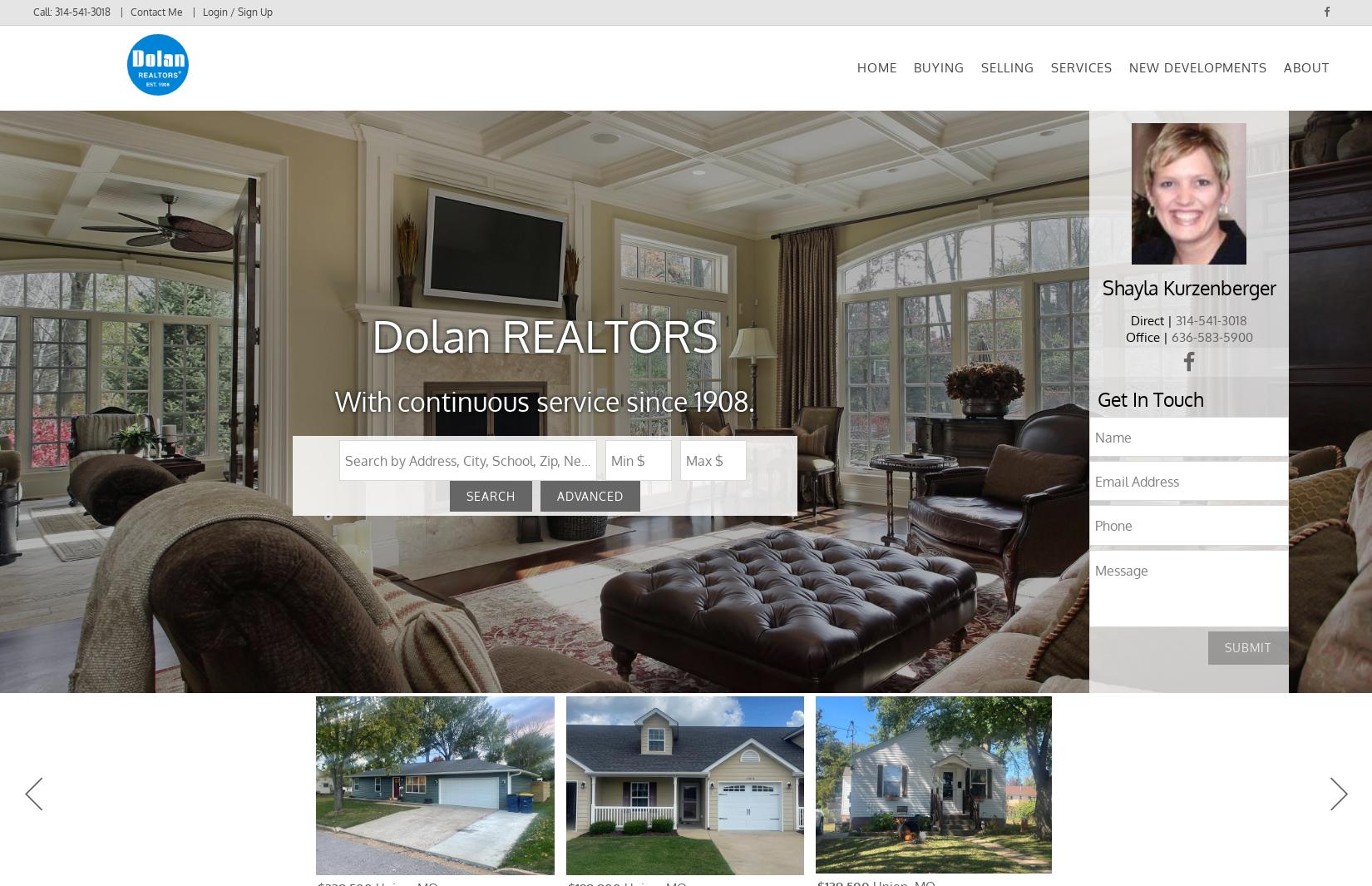 The height and width of the screenshot is (886, 1372). What do you see at coordinates (230, 88) in the screenshot?
I see `'Sign Up'` at bounding box center [230, 88].